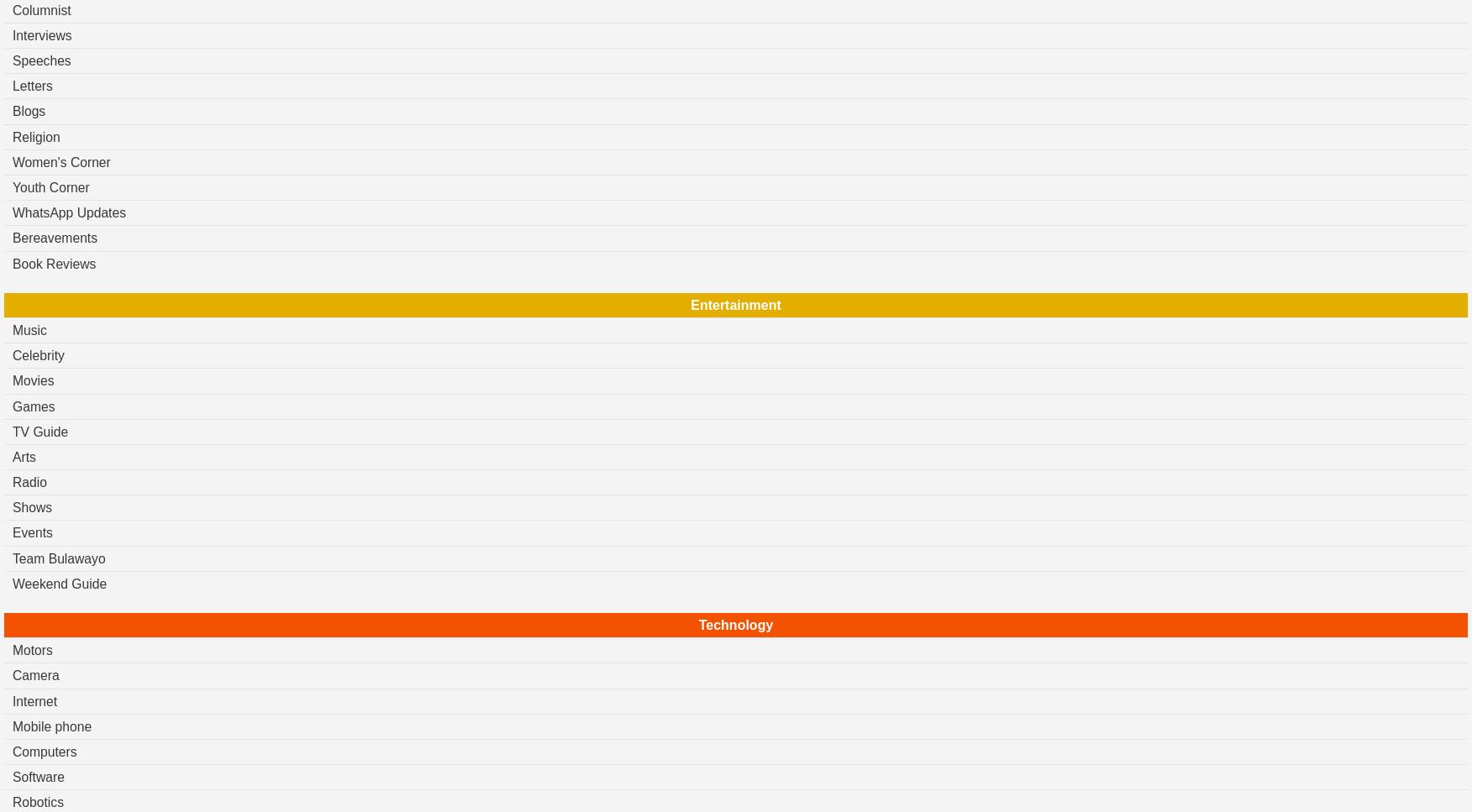 This screenshot has height=812, width=1472. Describe the element at coordinates (33, 380) in the screenshot. I see `'Movies'` at that location.